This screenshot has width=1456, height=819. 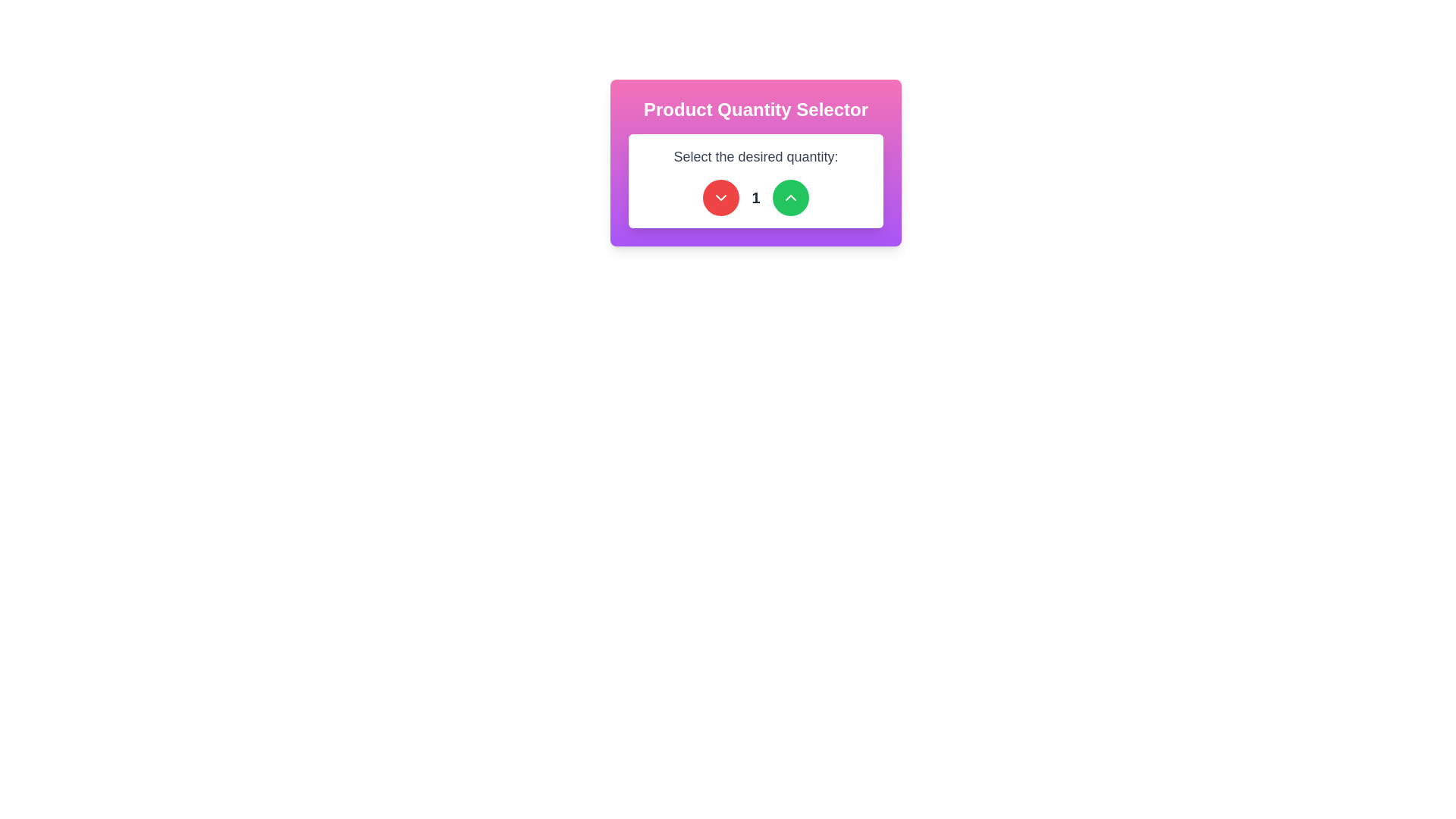 What do you see at coordinates (720, 197) in the screenshot?
I see `the circular red button with a white chevron-down icon to observe the hover effect` at bounding box center [720, 197].